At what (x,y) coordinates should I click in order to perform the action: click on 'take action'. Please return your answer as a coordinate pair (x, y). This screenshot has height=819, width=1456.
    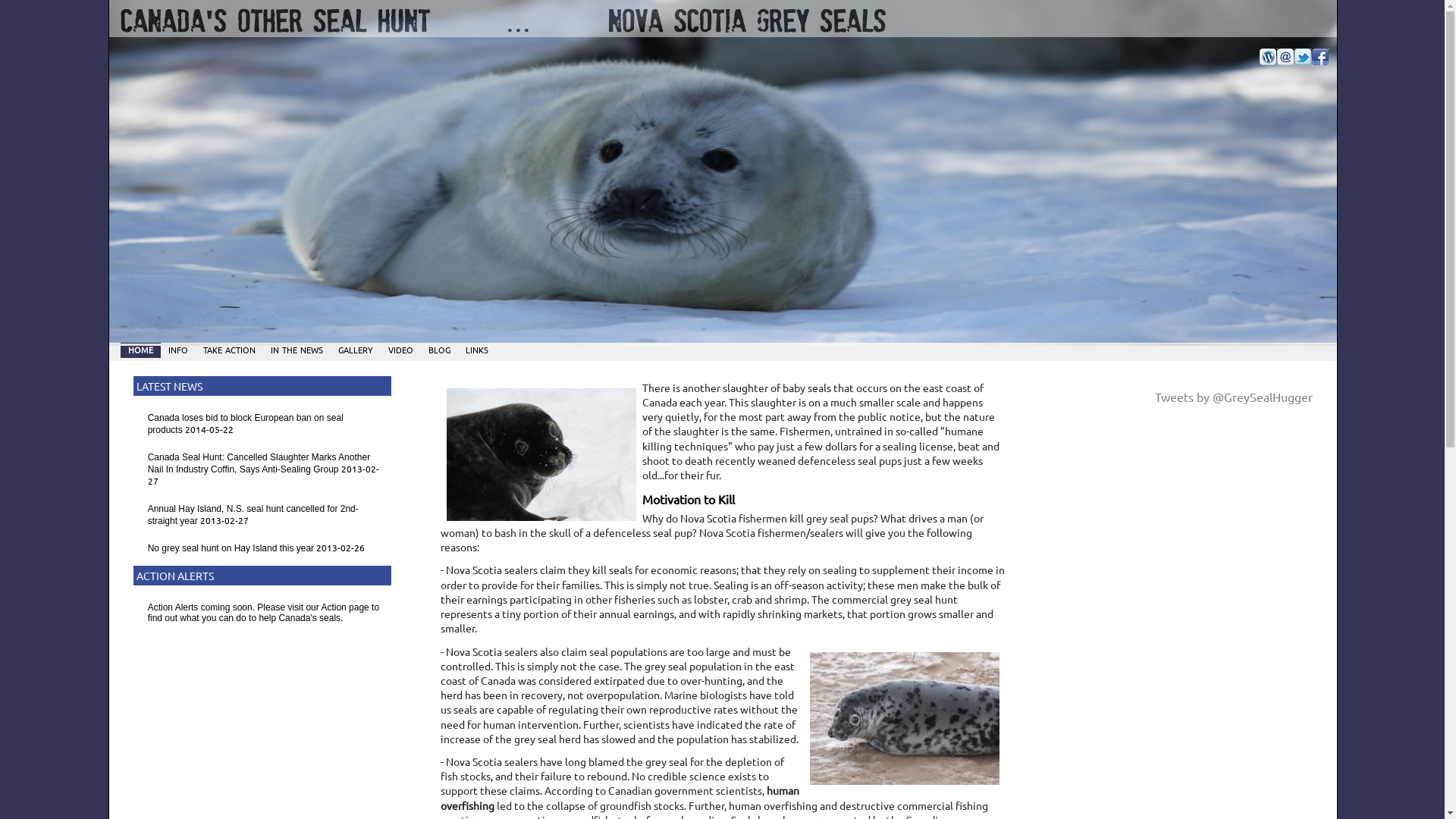
    Looking at the image, I should click on (228, 348).